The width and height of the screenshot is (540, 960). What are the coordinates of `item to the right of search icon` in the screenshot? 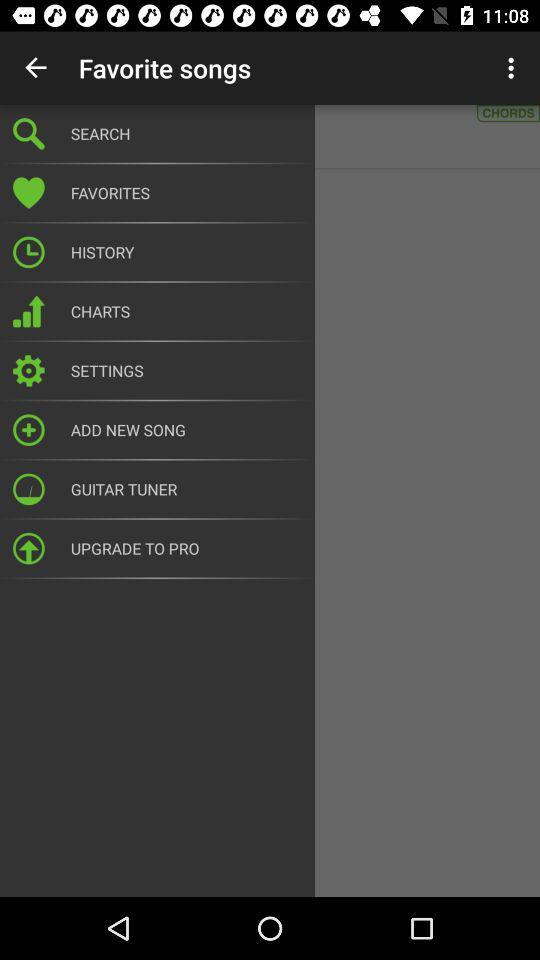 It's located at (513, 68).